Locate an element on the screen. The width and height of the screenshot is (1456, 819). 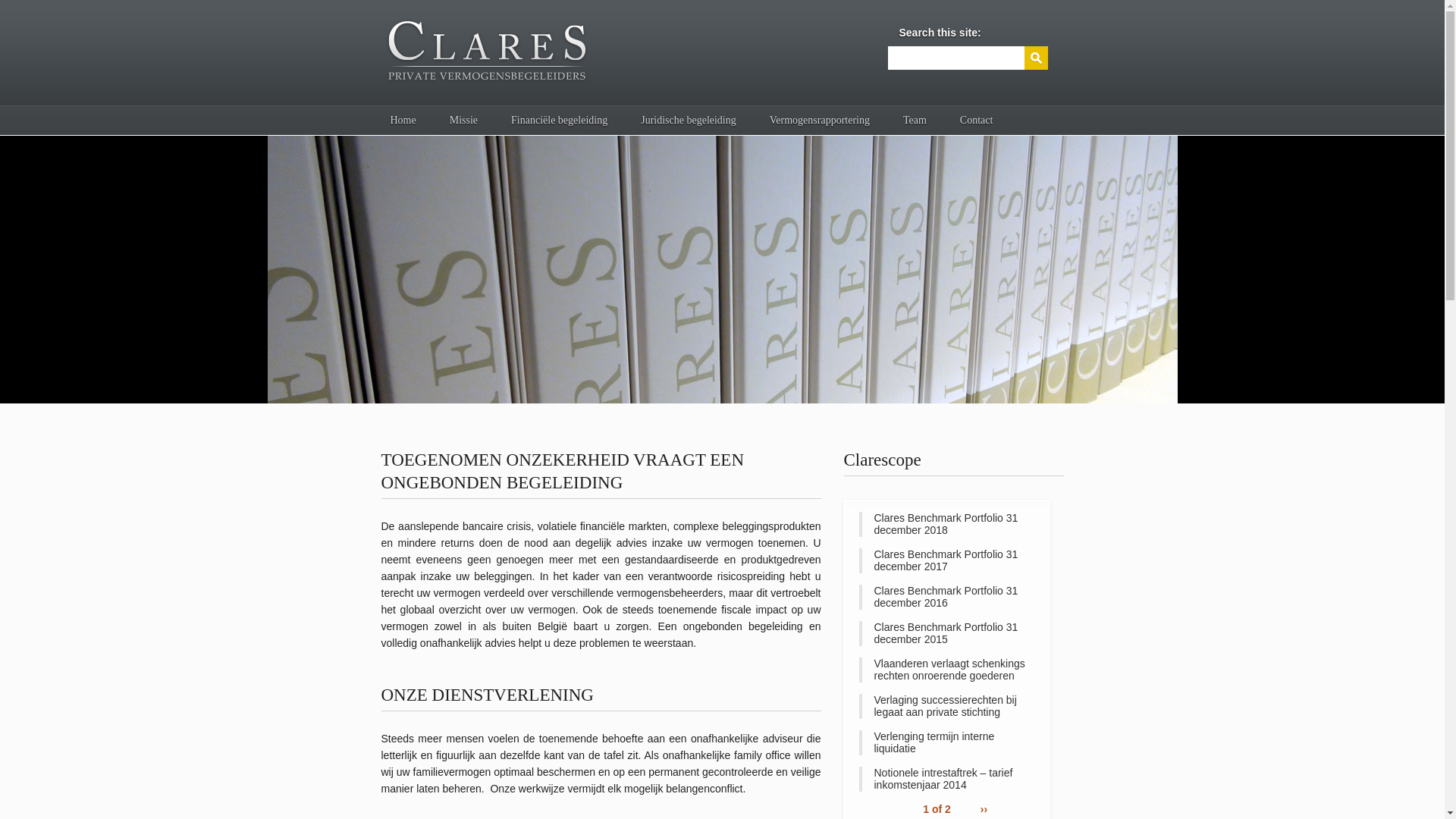
'Clares Benchmark Portfolio 31 december 2016' is located at coordinates (945, 596).